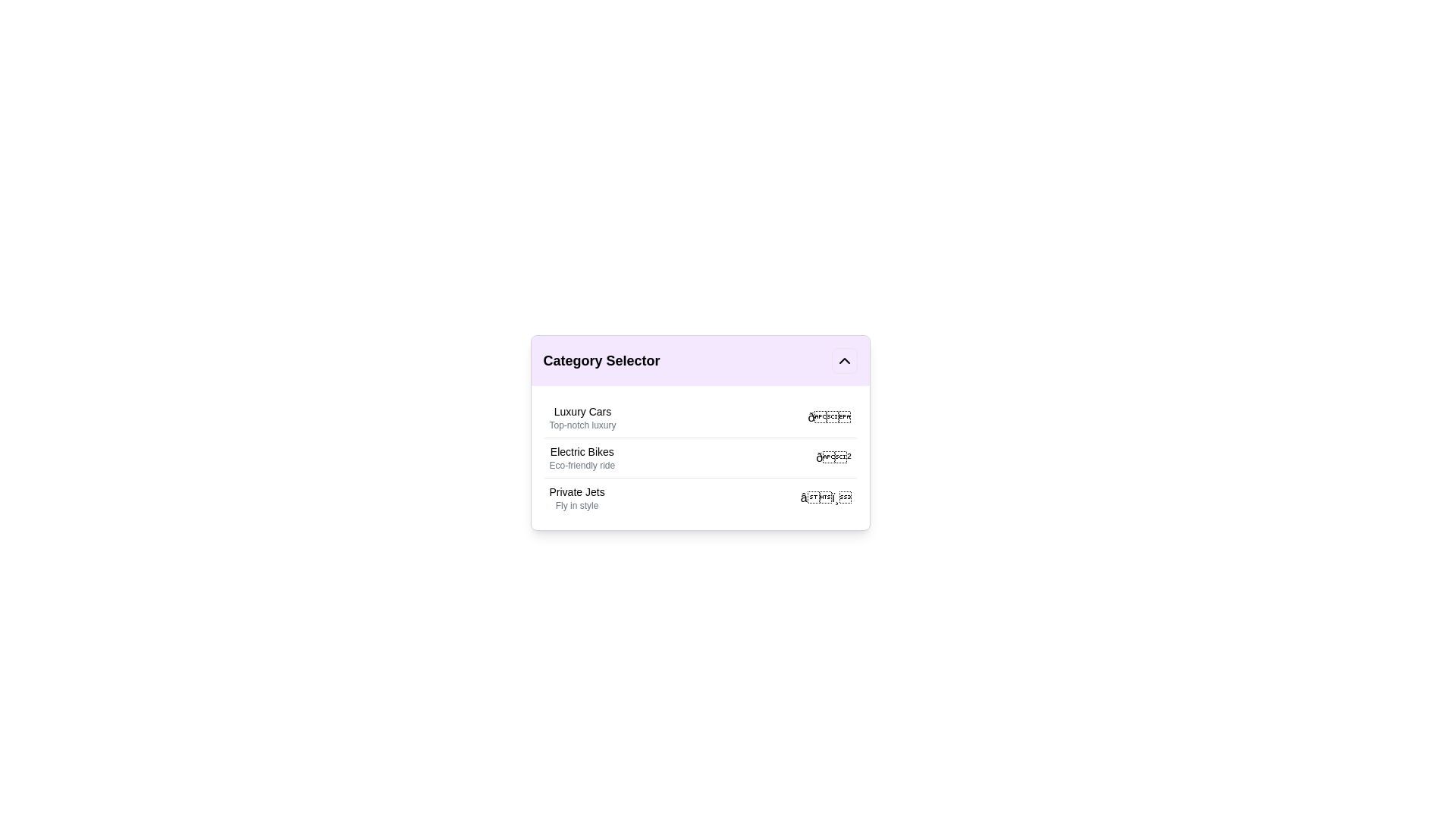  What do you see at coordinates (581, 457) in the screenshot?
I see `the 'Electric Bikes' text label in the dropdown menu` at bounding box center [581, 457].